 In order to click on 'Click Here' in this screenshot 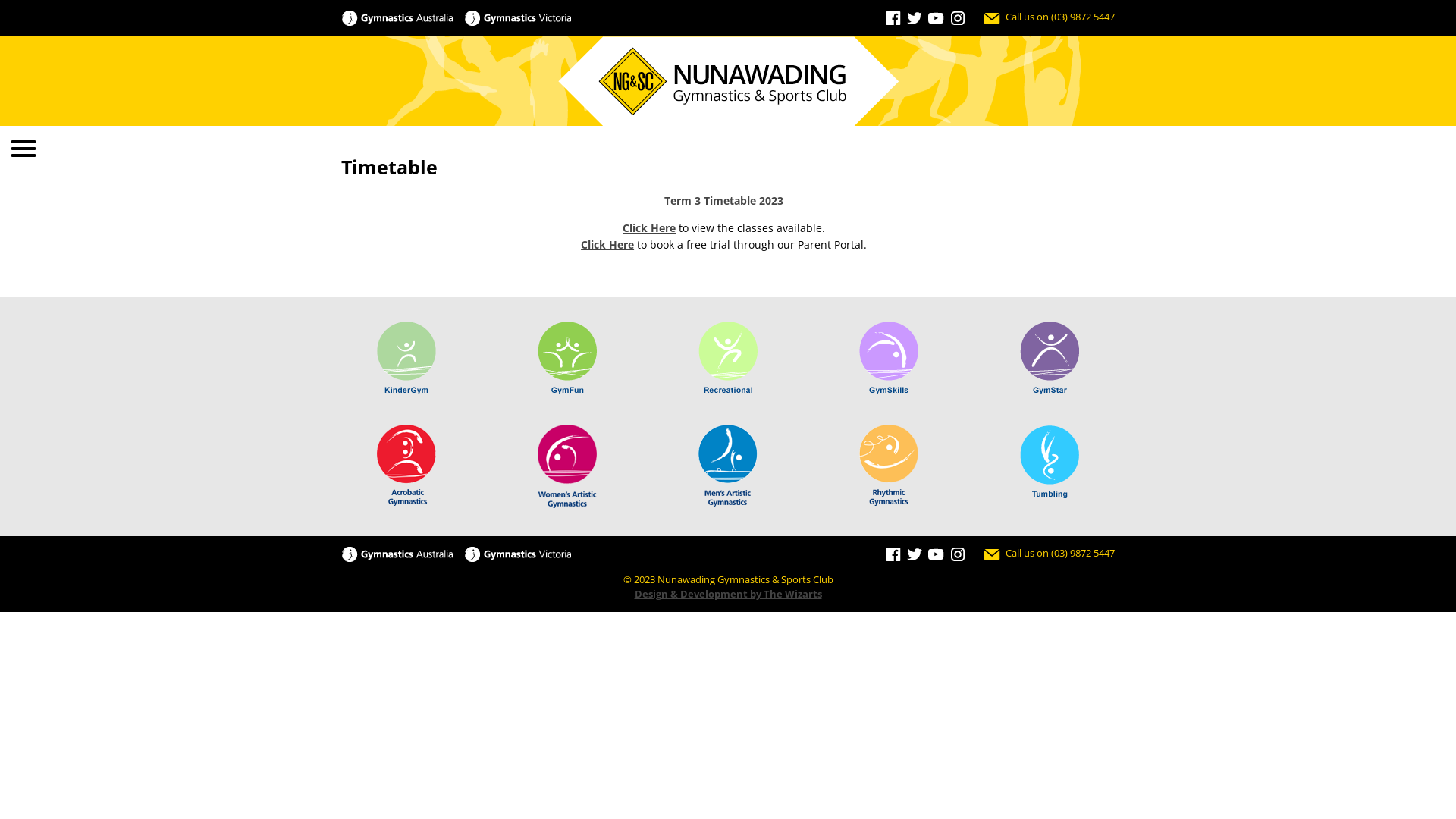, I will do `click(607, 243)`.